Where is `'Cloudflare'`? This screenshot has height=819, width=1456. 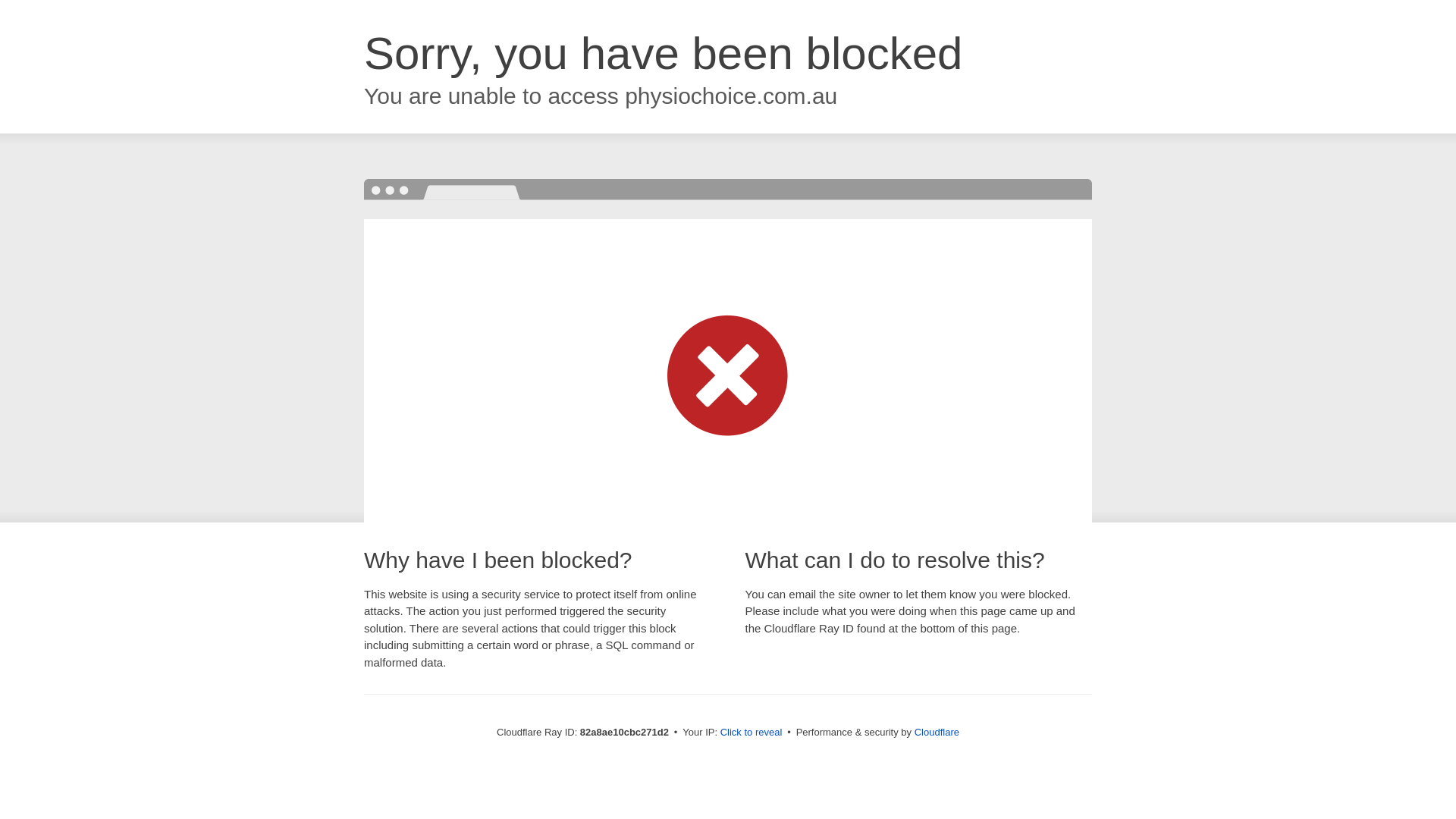 'Cloudflare' is located at coordinates (936, 731).